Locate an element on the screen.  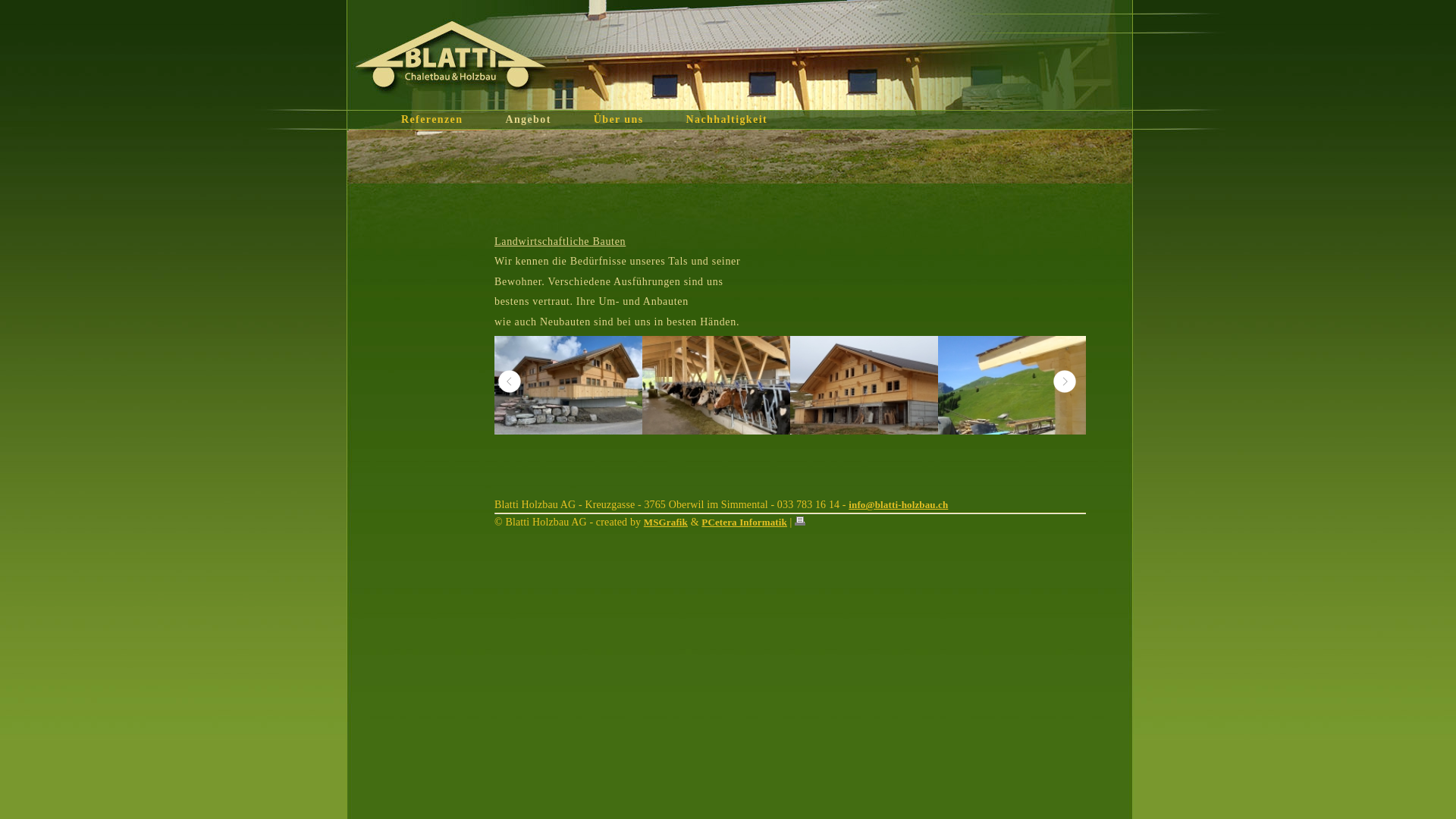
'PCetera Informatik' is located at coordinates (744, 521).